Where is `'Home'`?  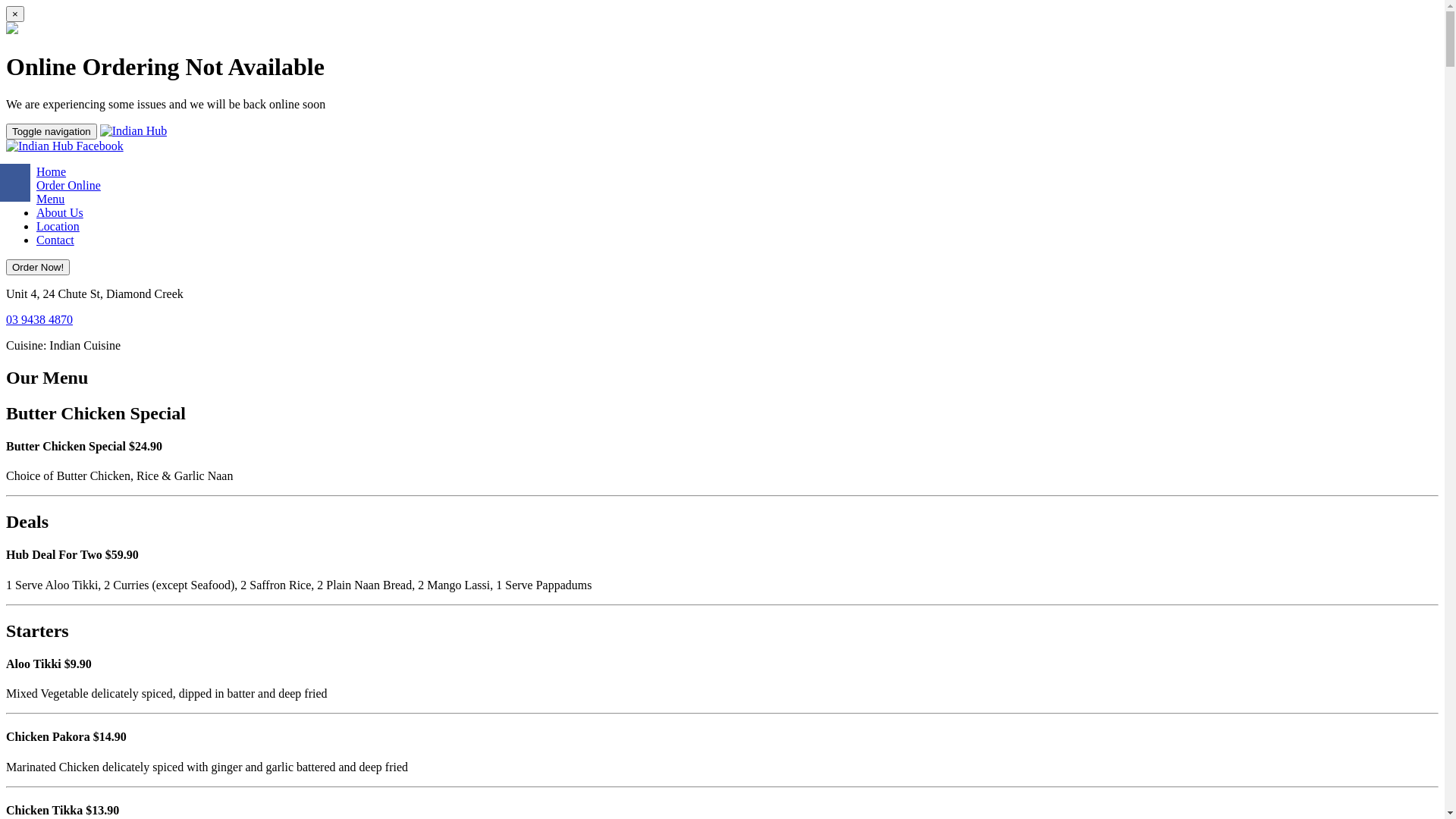 'Home' is located at coordinates (51, 171).